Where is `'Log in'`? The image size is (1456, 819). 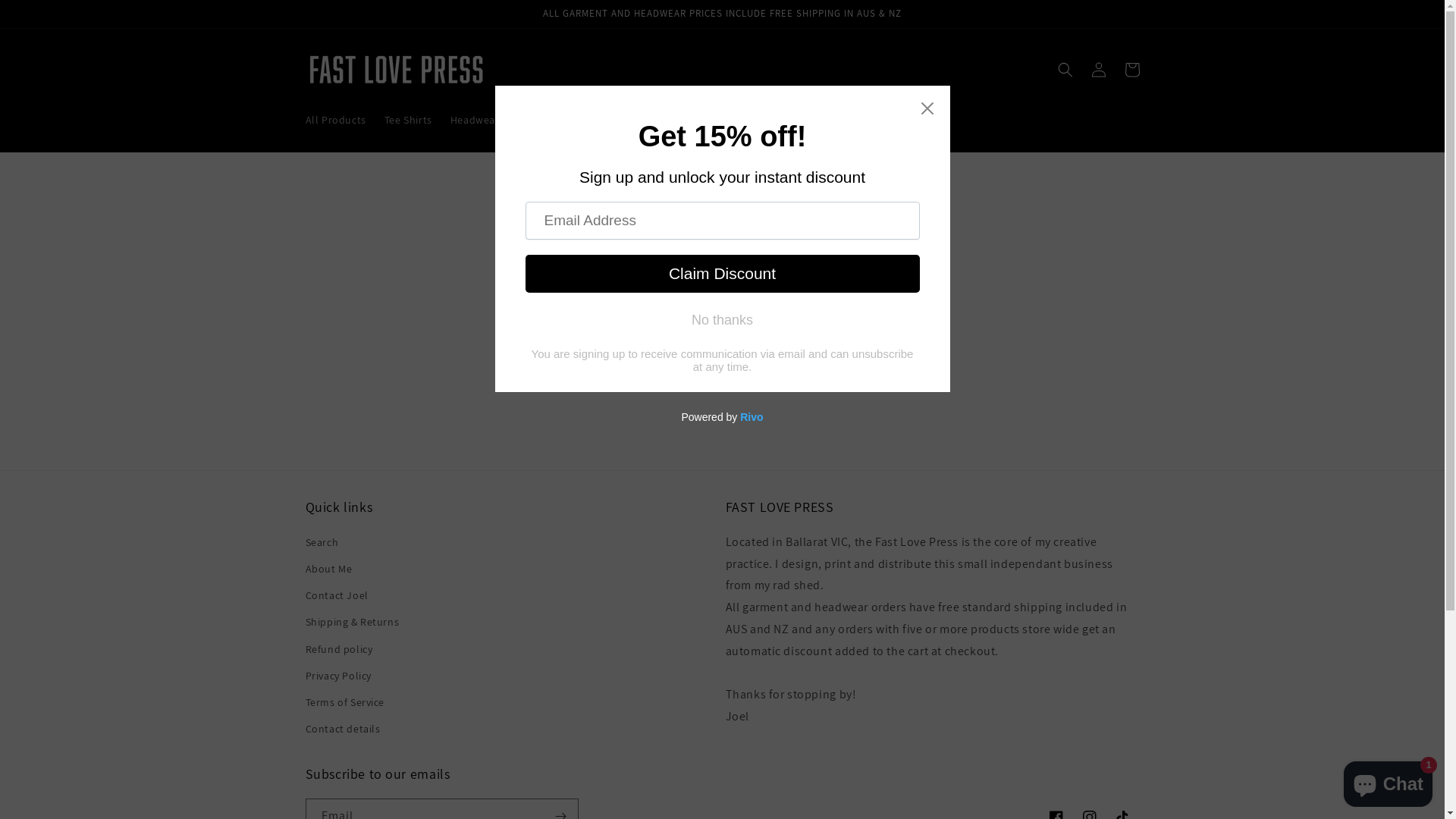 'Log in' is located at coordinates (1098, 70).